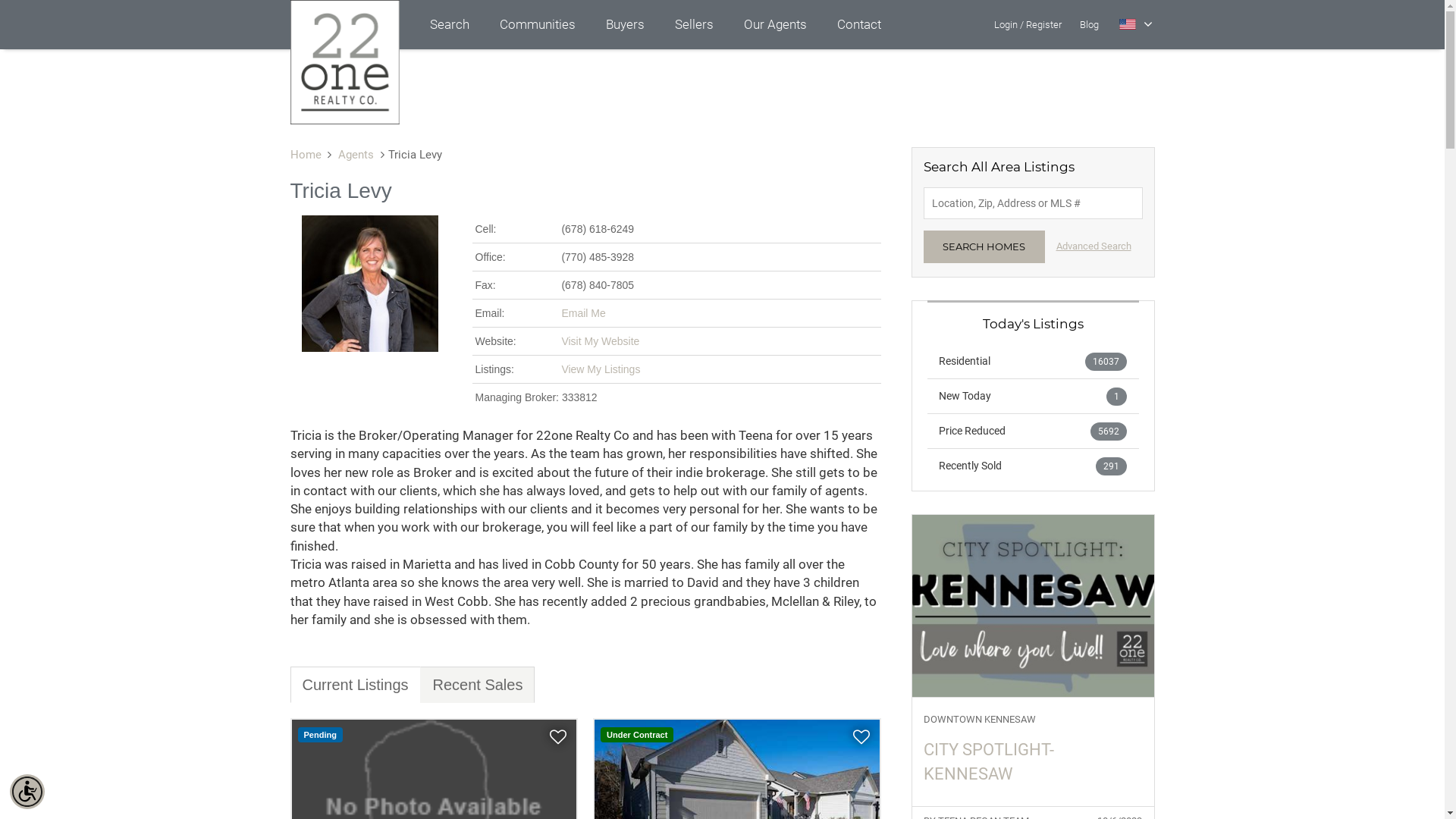  What do you see at coordinates (537, 24) in the screenshot?
I see `'Communities'` at bounding box center [537, 24].